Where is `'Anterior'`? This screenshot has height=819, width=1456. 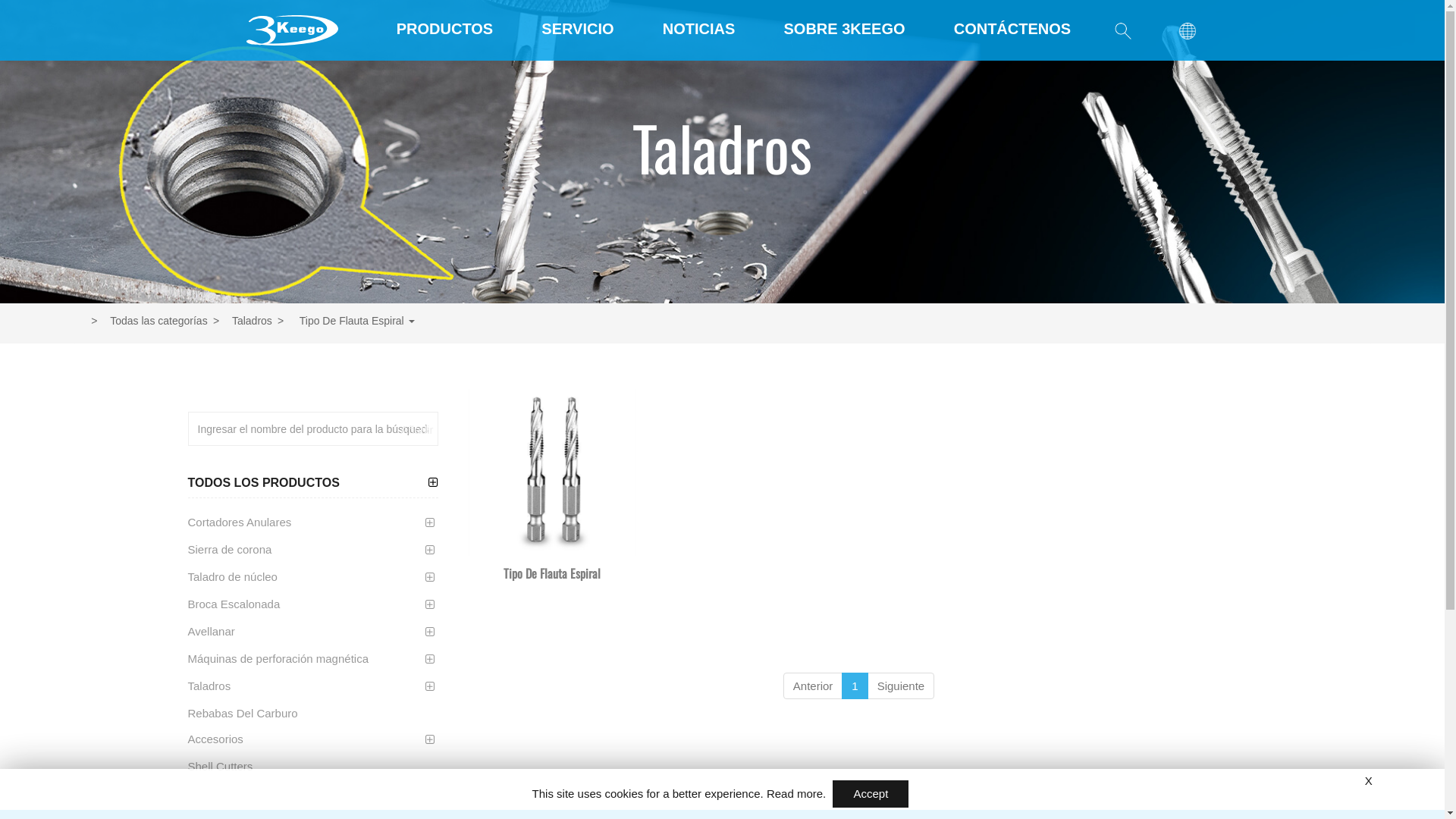
'Anterior' is located at coordinates (812, 686).